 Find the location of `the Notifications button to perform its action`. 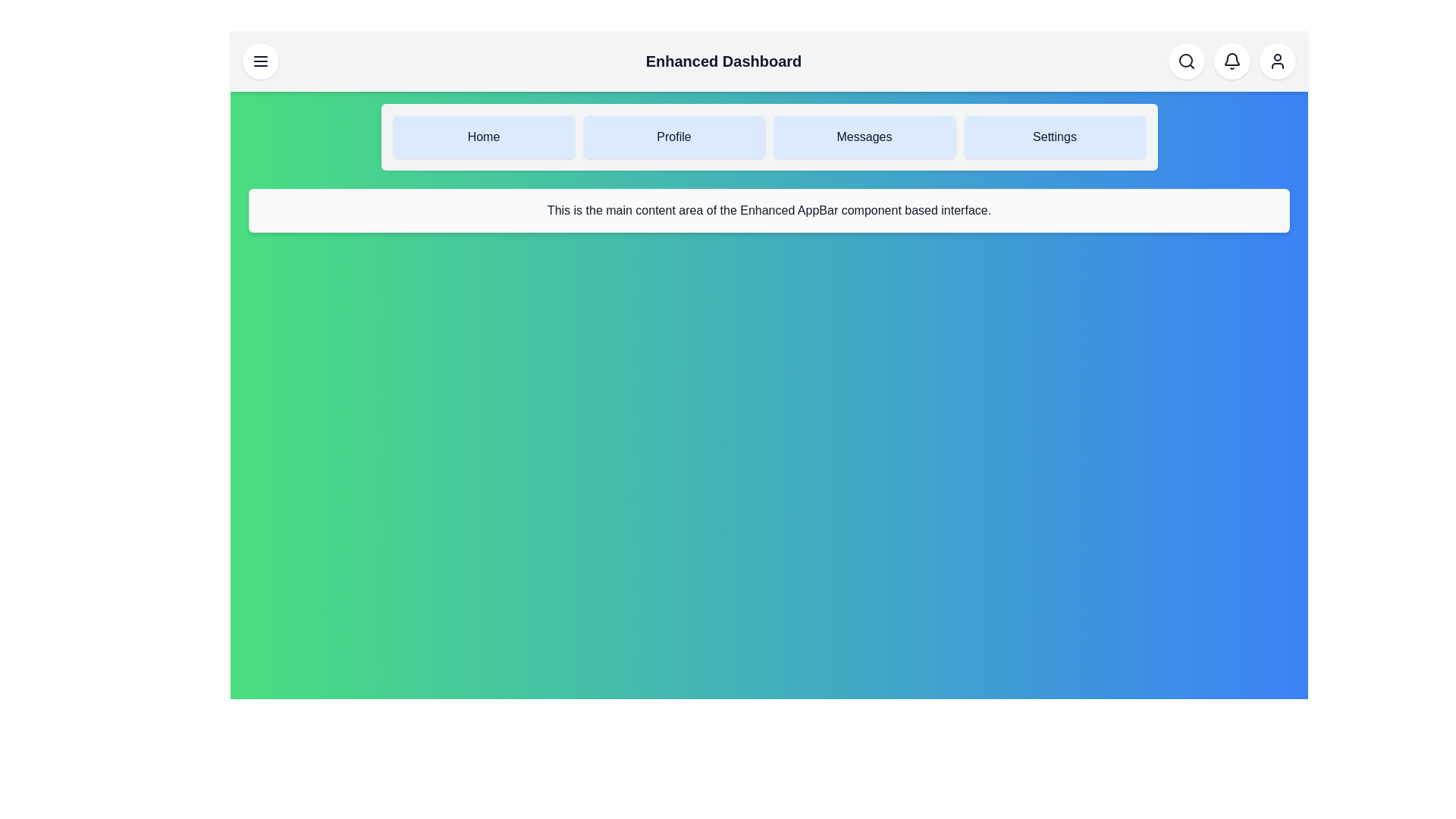

the Notifications button to perform its action is located at coordinates (1232, 61).